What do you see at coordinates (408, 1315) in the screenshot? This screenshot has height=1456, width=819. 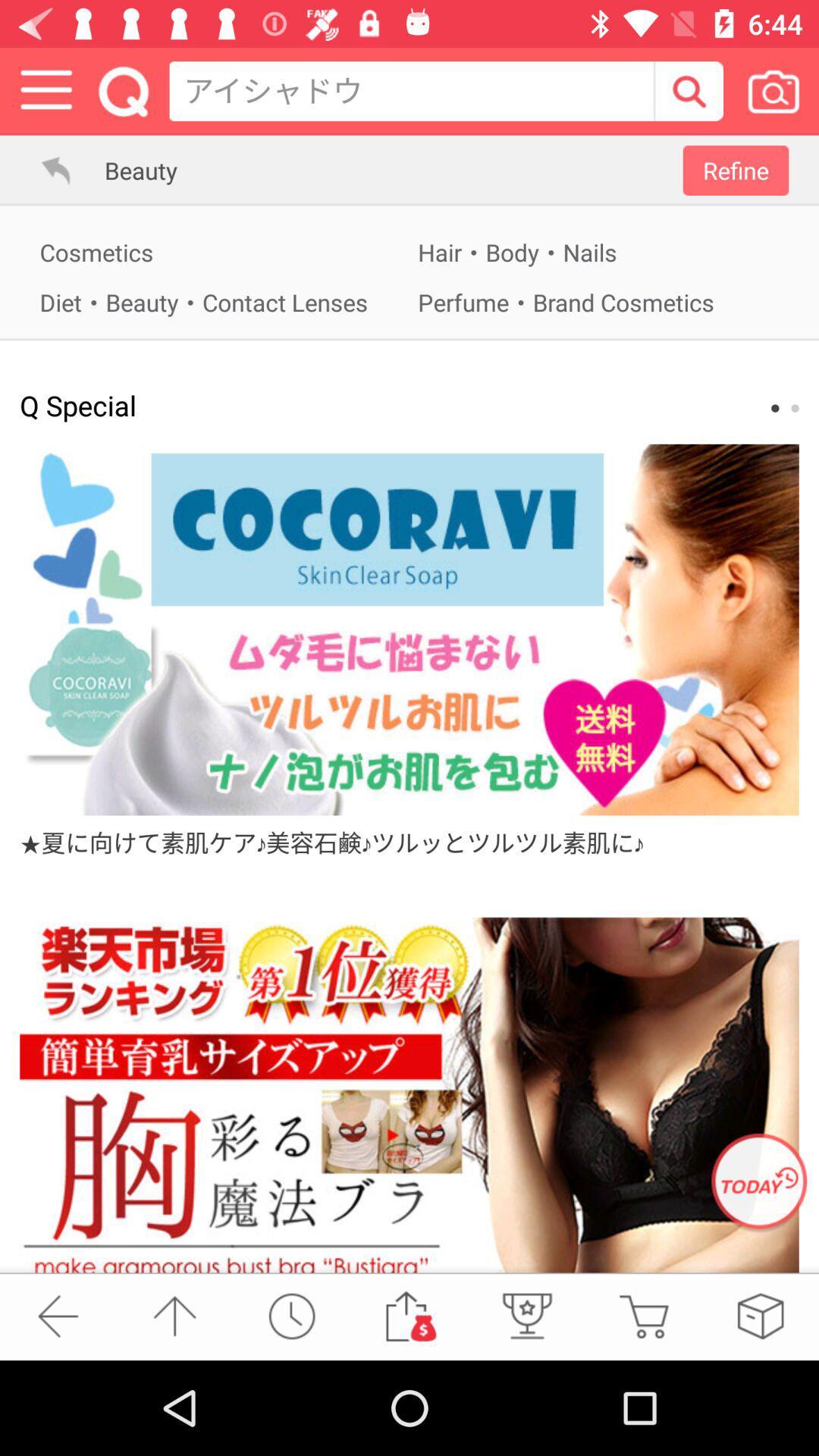 I see `sand` at bounding box center [408, 1315].